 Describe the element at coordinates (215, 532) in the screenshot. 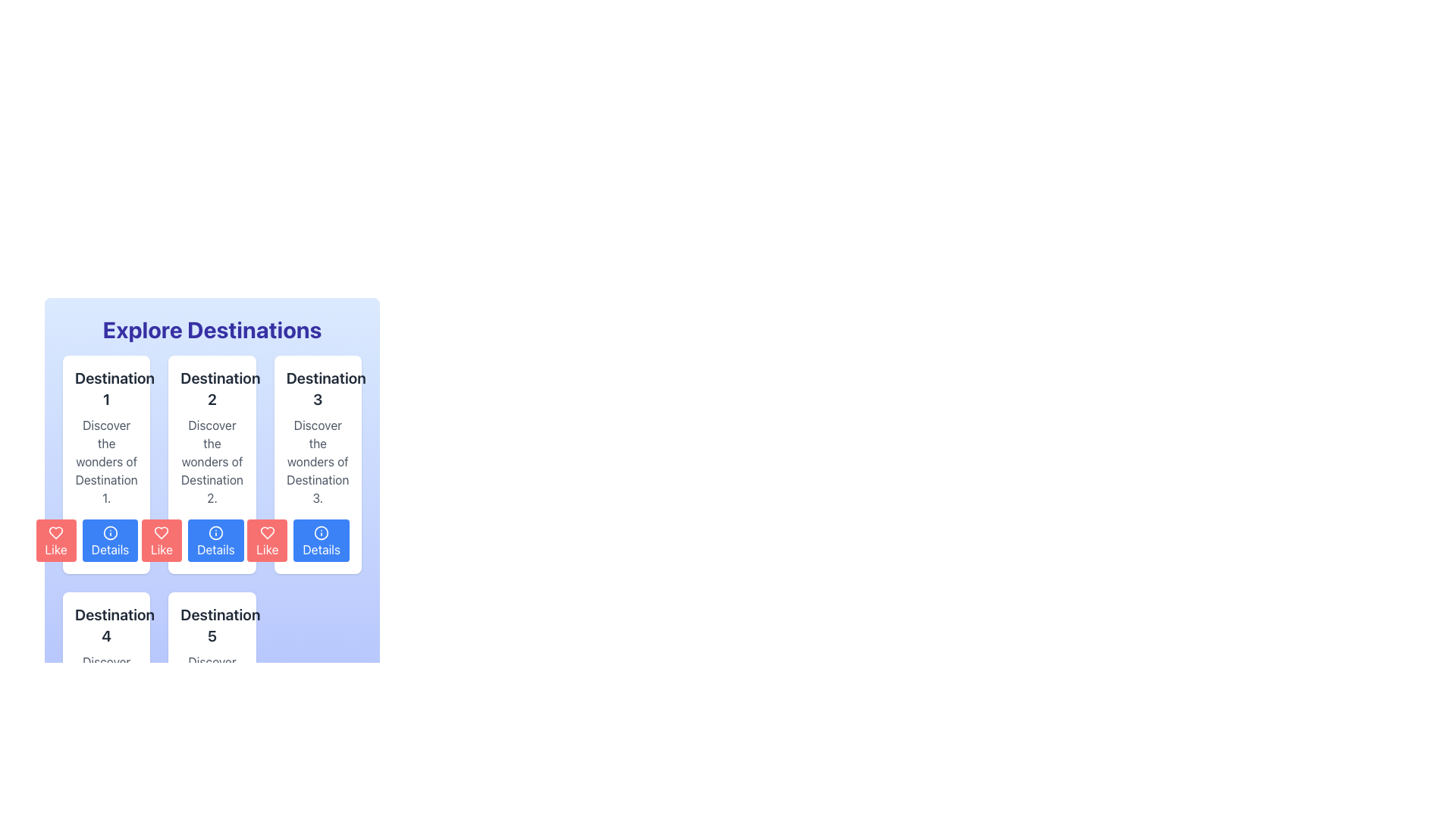

I see `the information action icon located within the 'Details' button of the second column for 'Destination 2', positioned in the lower blue section of the card layout` at that location.